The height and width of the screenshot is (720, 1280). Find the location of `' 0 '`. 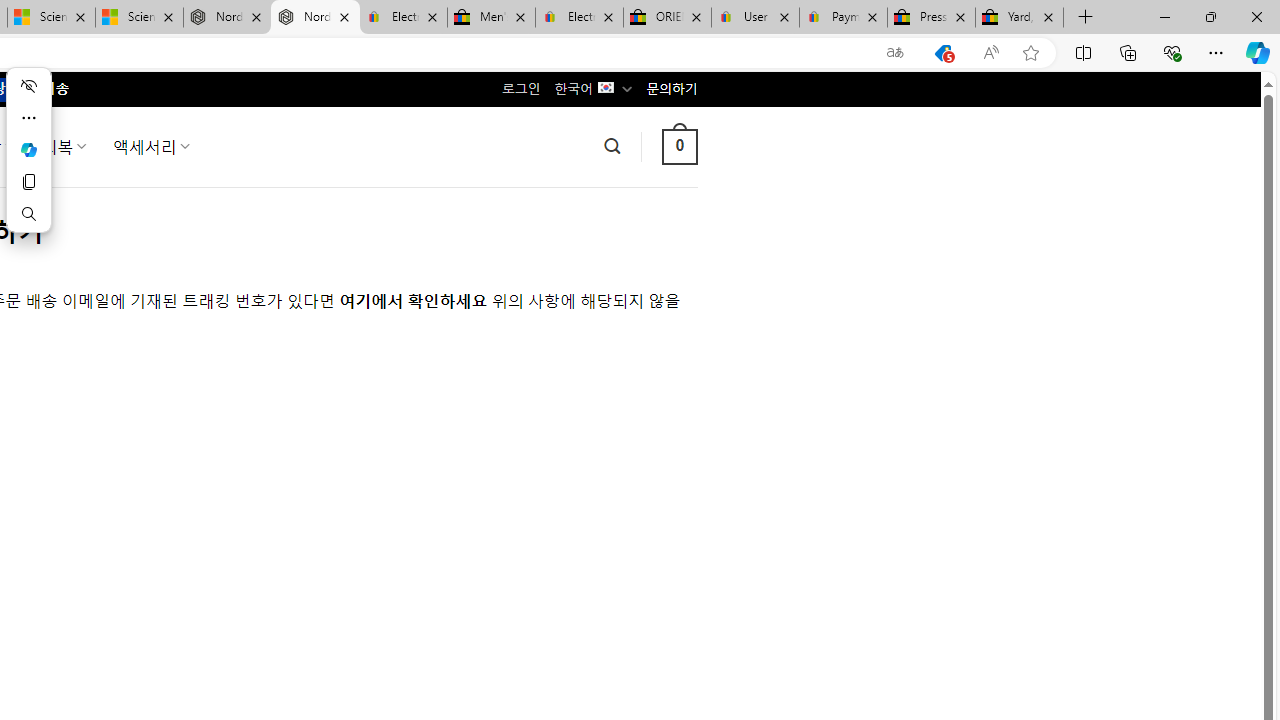

' 0 ' is located at coordinates (679, 145).